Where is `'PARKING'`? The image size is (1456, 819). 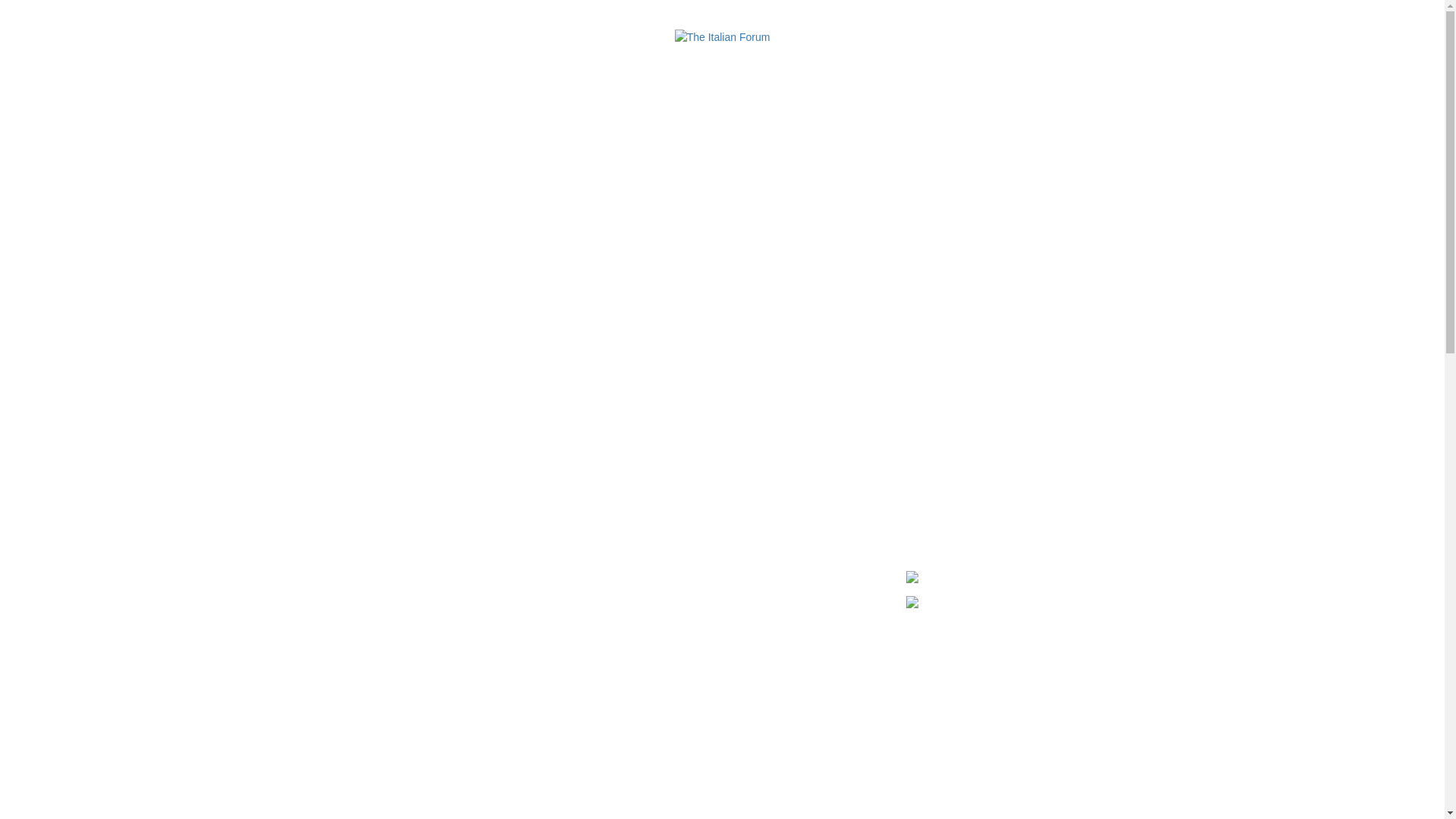
'PARKING' is located at coordinates (952, 48).